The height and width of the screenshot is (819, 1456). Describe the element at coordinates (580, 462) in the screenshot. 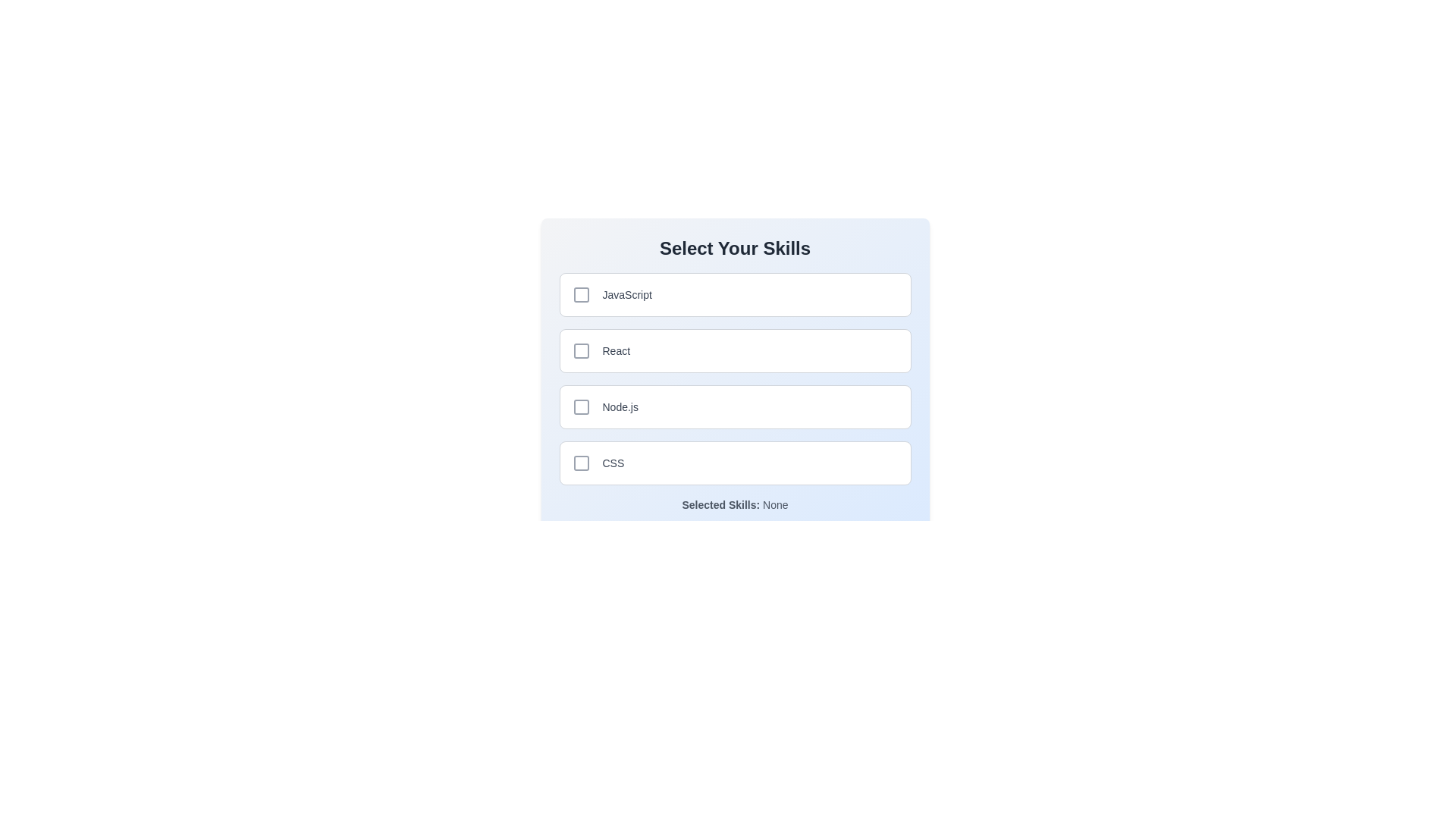

I see `the checkbox styled as a small square icon outlined with a thin line and colored light gray, located to the left of the label 'CSS'` at that location.